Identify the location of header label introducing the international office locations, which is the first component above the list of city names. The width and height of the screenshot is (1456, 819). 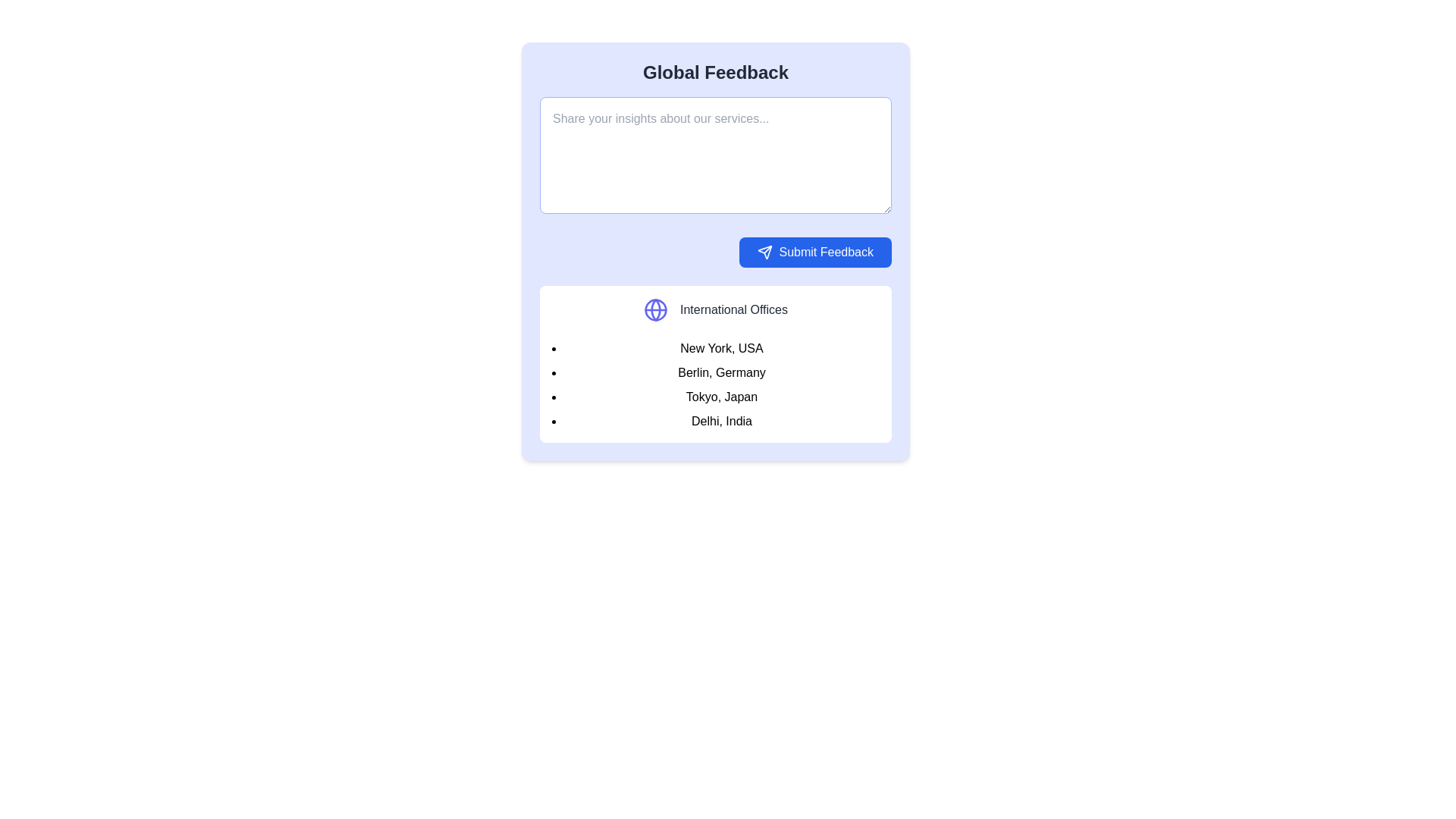
(715, 309).